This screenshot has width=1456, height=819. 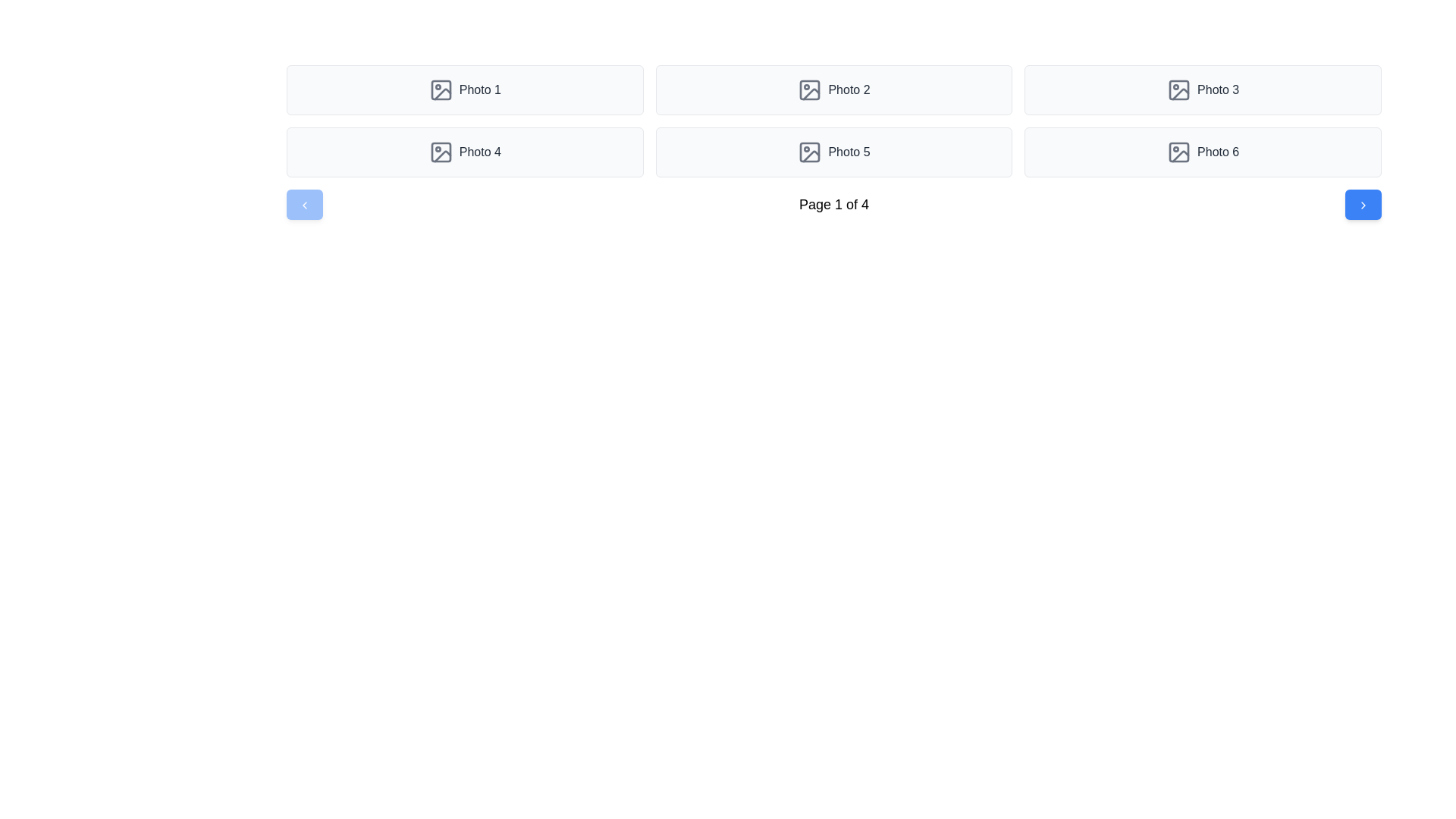 What do you see at coordinates (1202, 90) in the screenshot?
I see `the interactive card displaying 'Photo 3' located in the top row, rightmost column of the grid` at bounding box center [1202, 90].